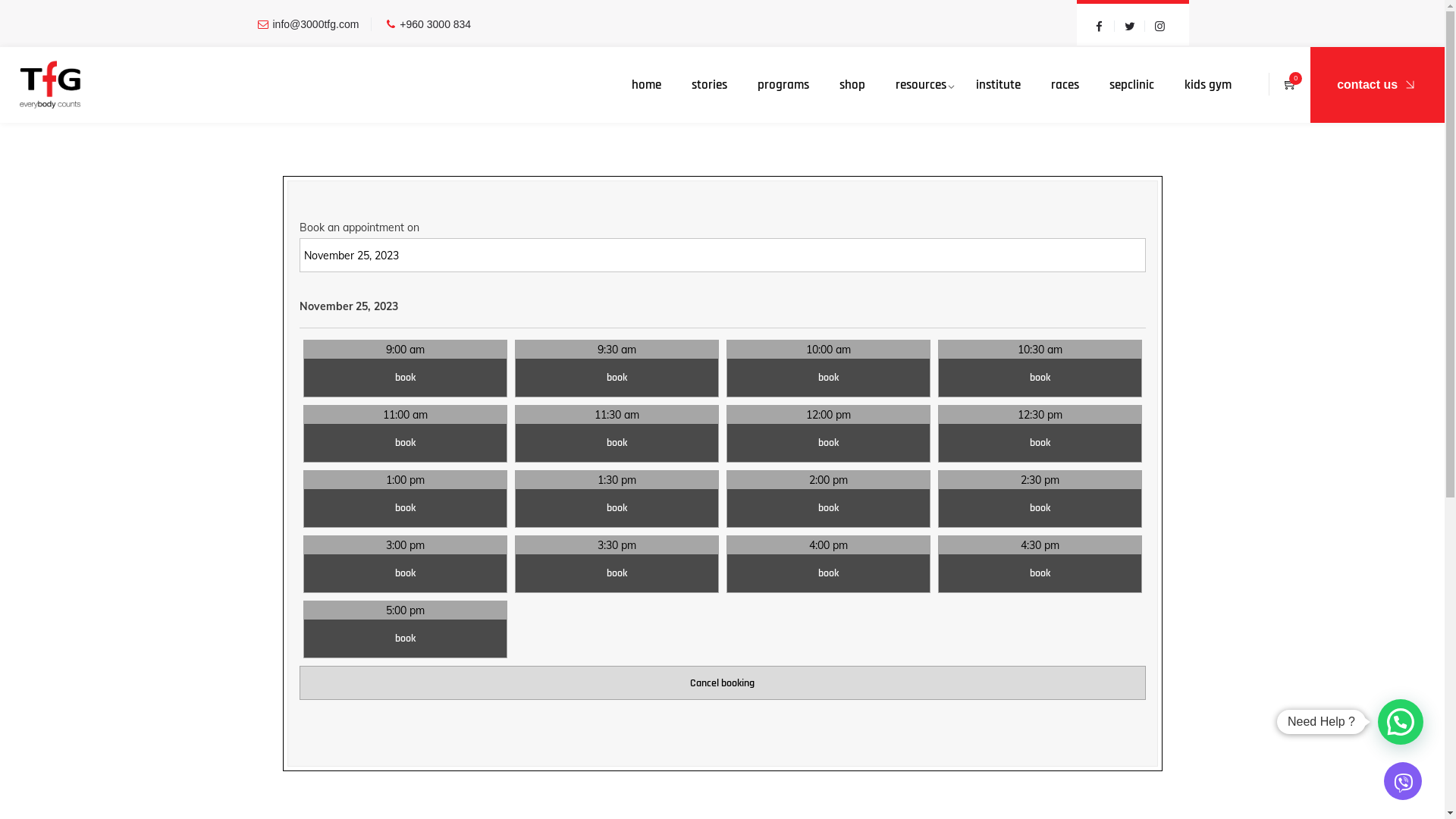  Describe the element at coordinates (998, 84) in the screenshot. I see `'institute'` at that location.